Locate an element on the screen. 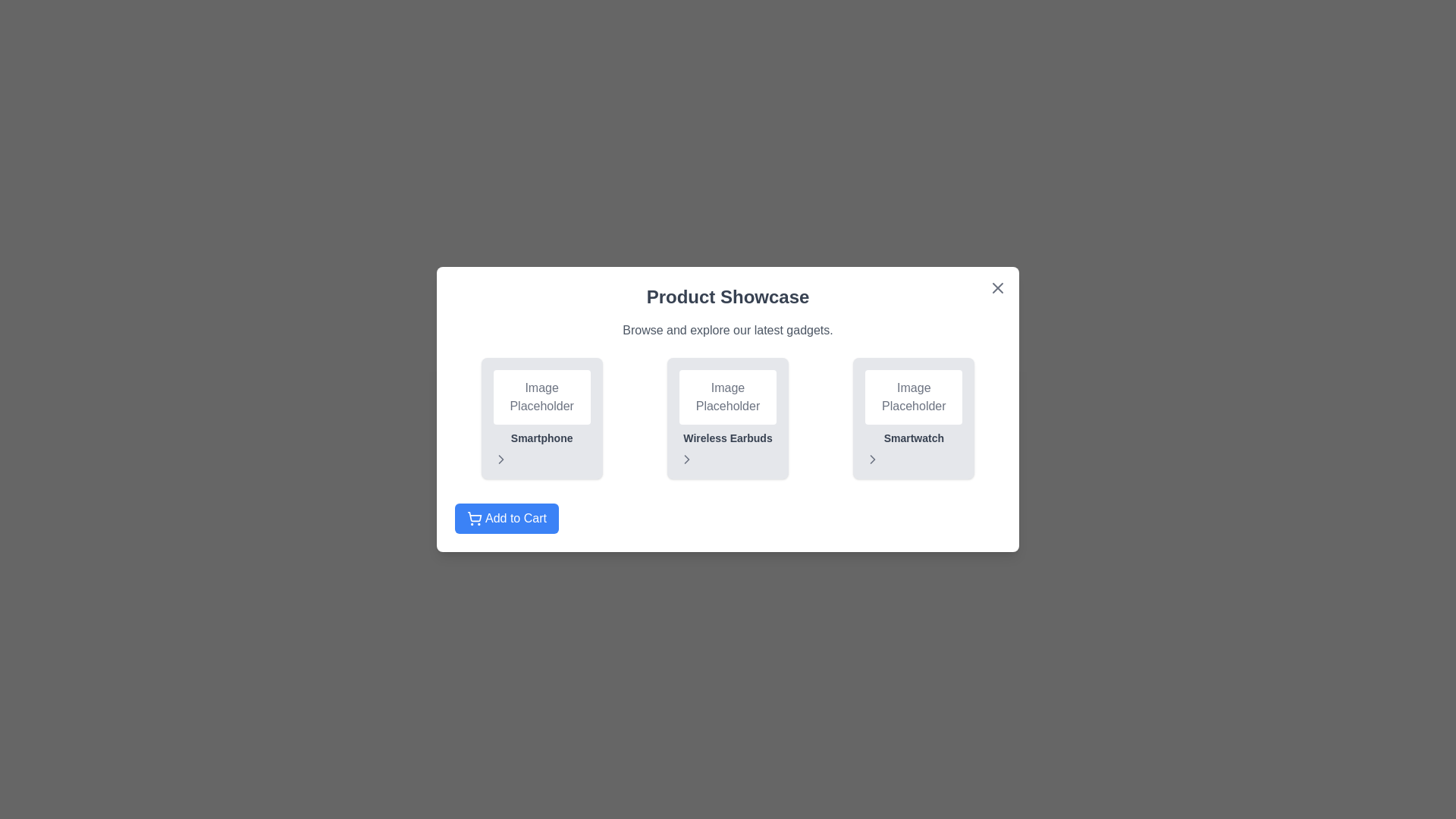 The image size is (1456, 819). the navigation button (icon-based) located at the bottom right of the 'Wireless Earbuds' card is located at coordinates (728, 458).